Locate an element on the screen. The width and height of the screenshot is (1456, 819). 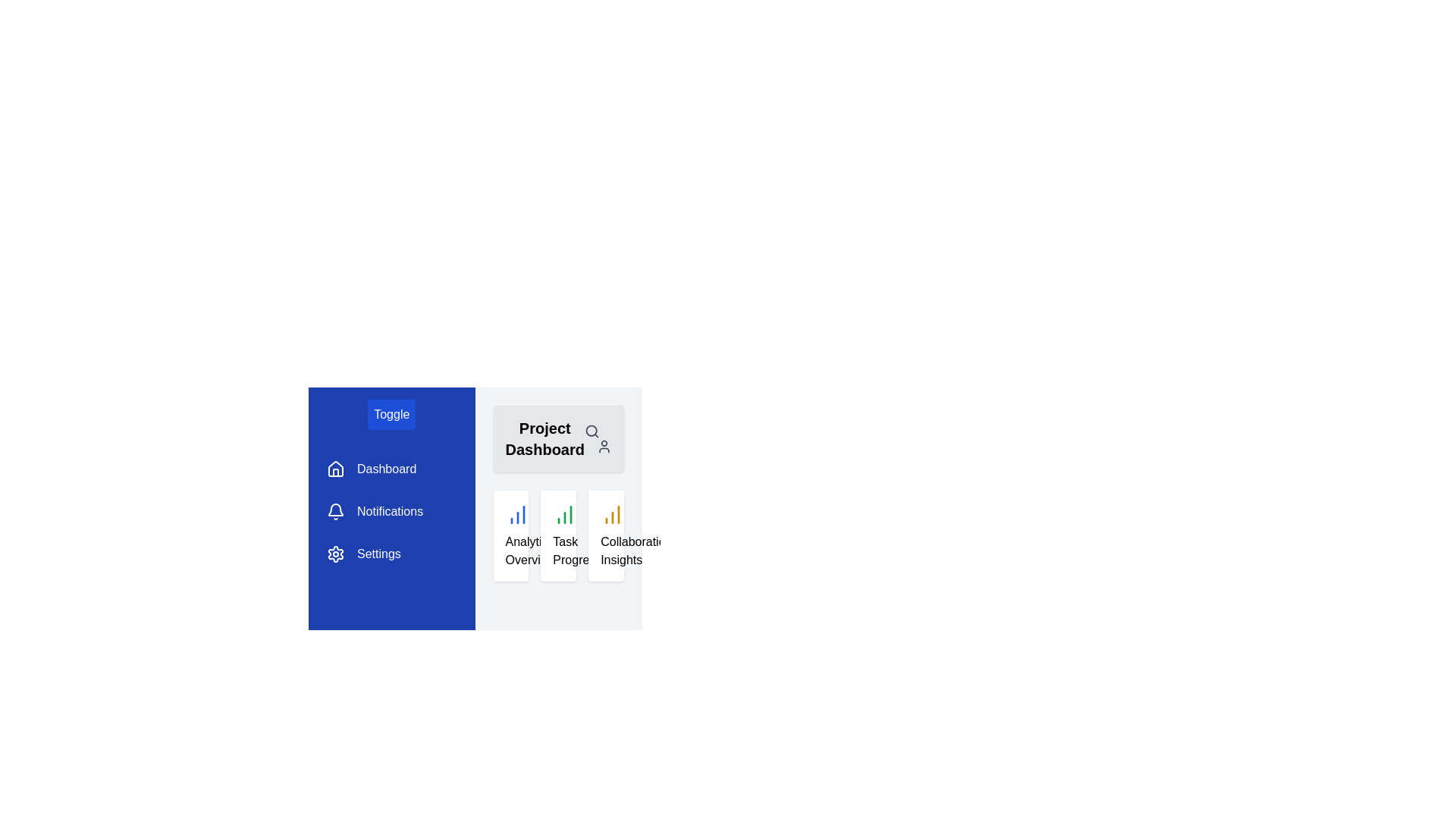
the navigation button labeled 'Dashboard' with a house icon is located at coordinates (372, 468).